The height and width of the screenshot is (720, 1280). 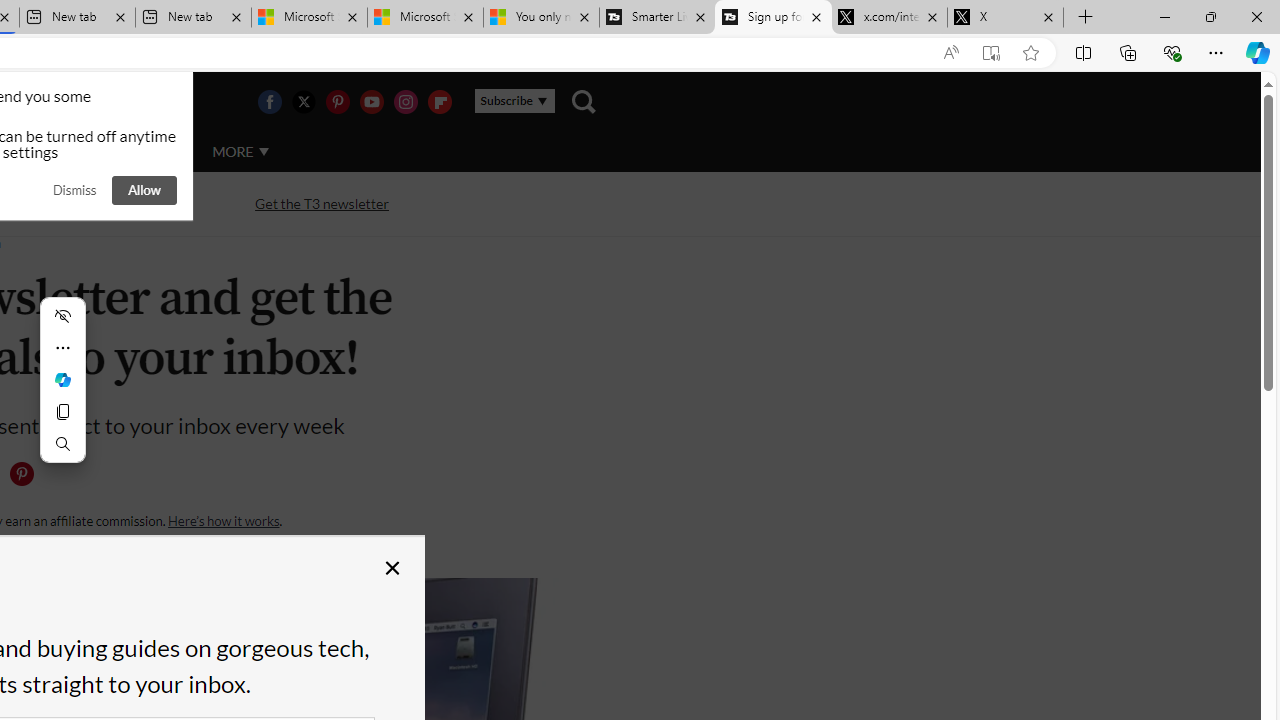 I want to click on 'Collections', so click(x=1128, y=51).